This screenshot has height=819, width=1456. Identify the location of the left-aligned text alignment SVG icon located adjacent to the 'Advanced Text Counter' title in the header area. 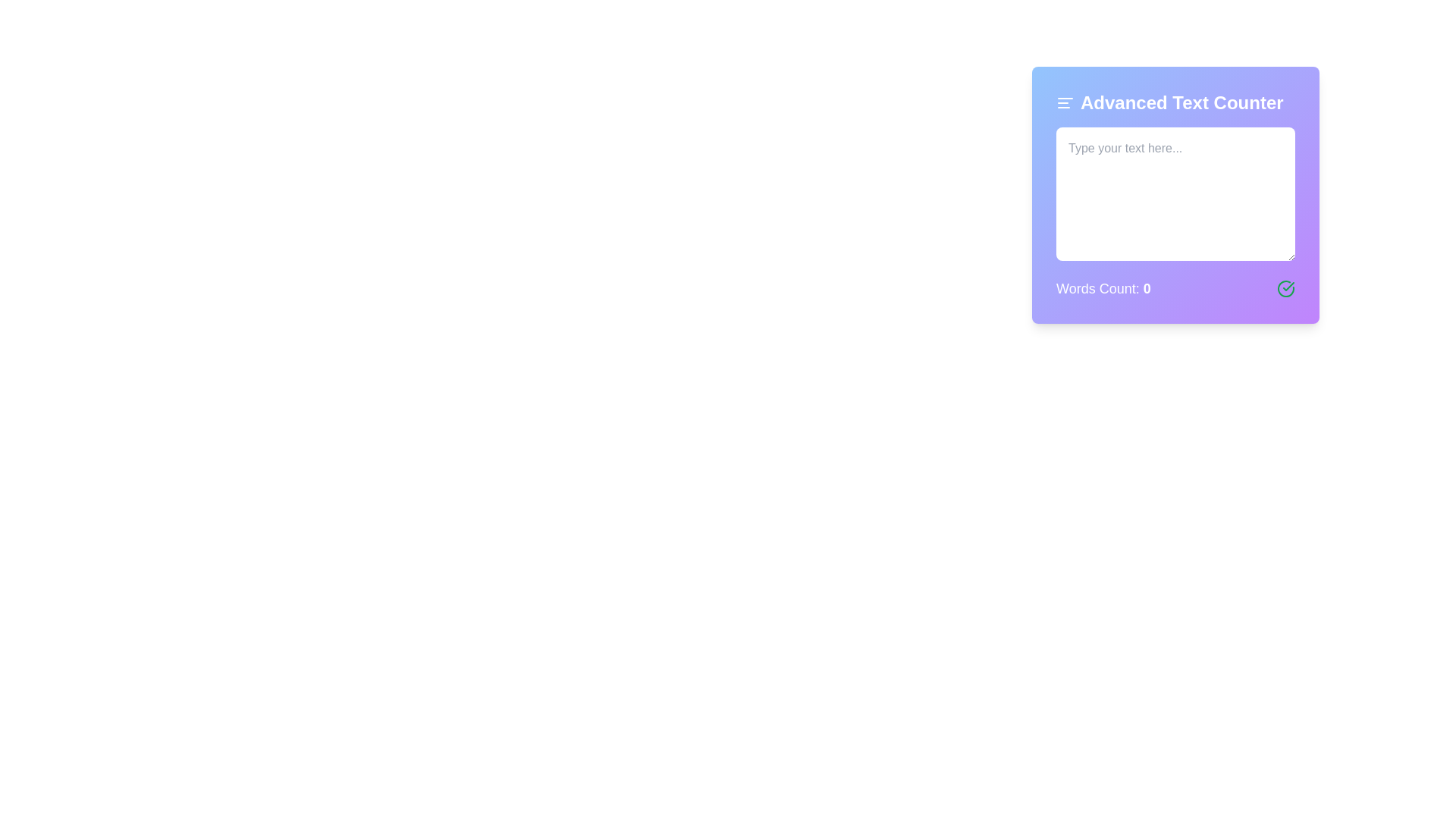
(1065, 102).